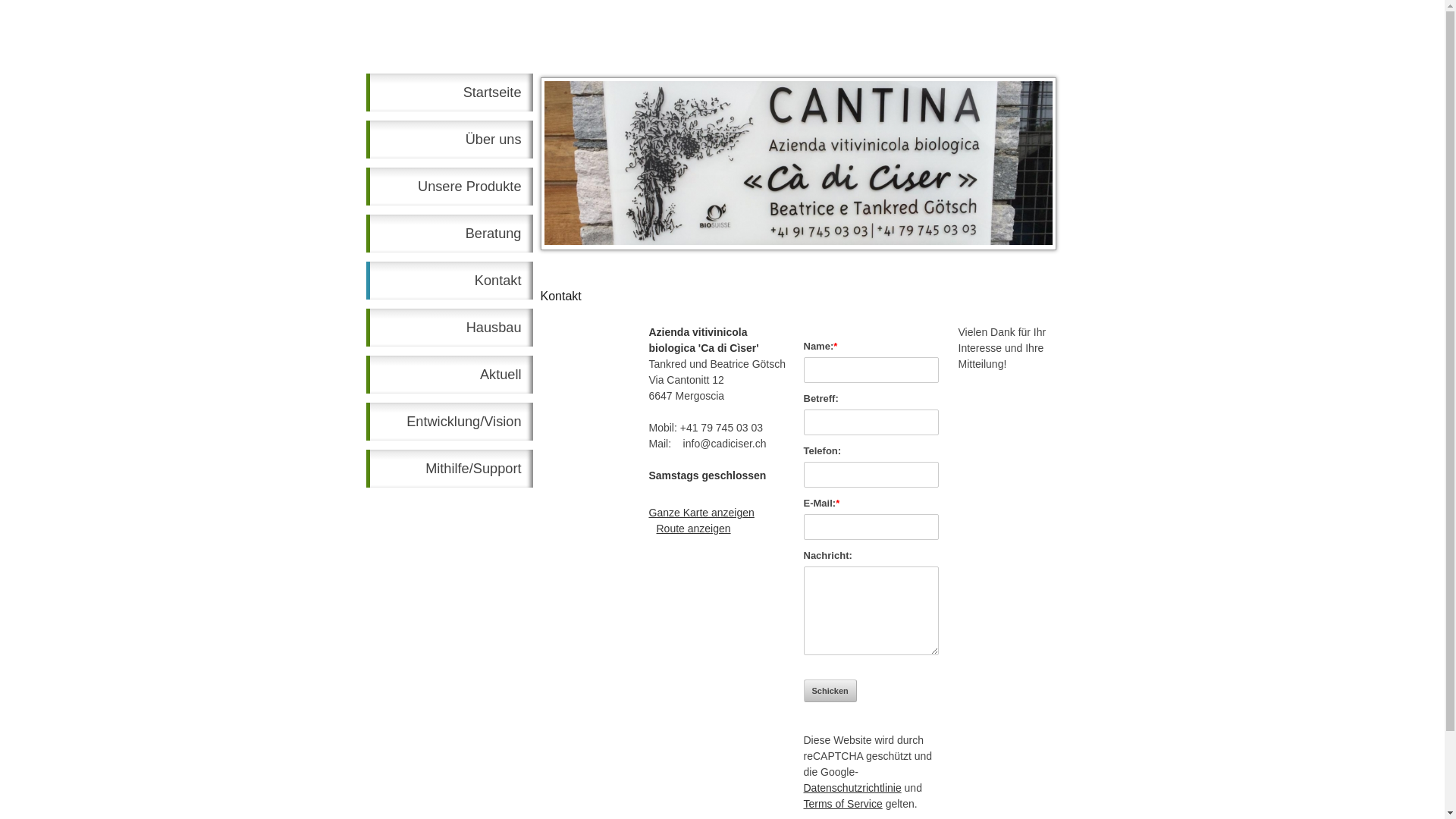 Image resolution: width=1456 pixels, height=819 pixels. Describe the element at coordinates (701, 512) in the screenshot. I see `'Ganze Karte anzeigen'` at that location.